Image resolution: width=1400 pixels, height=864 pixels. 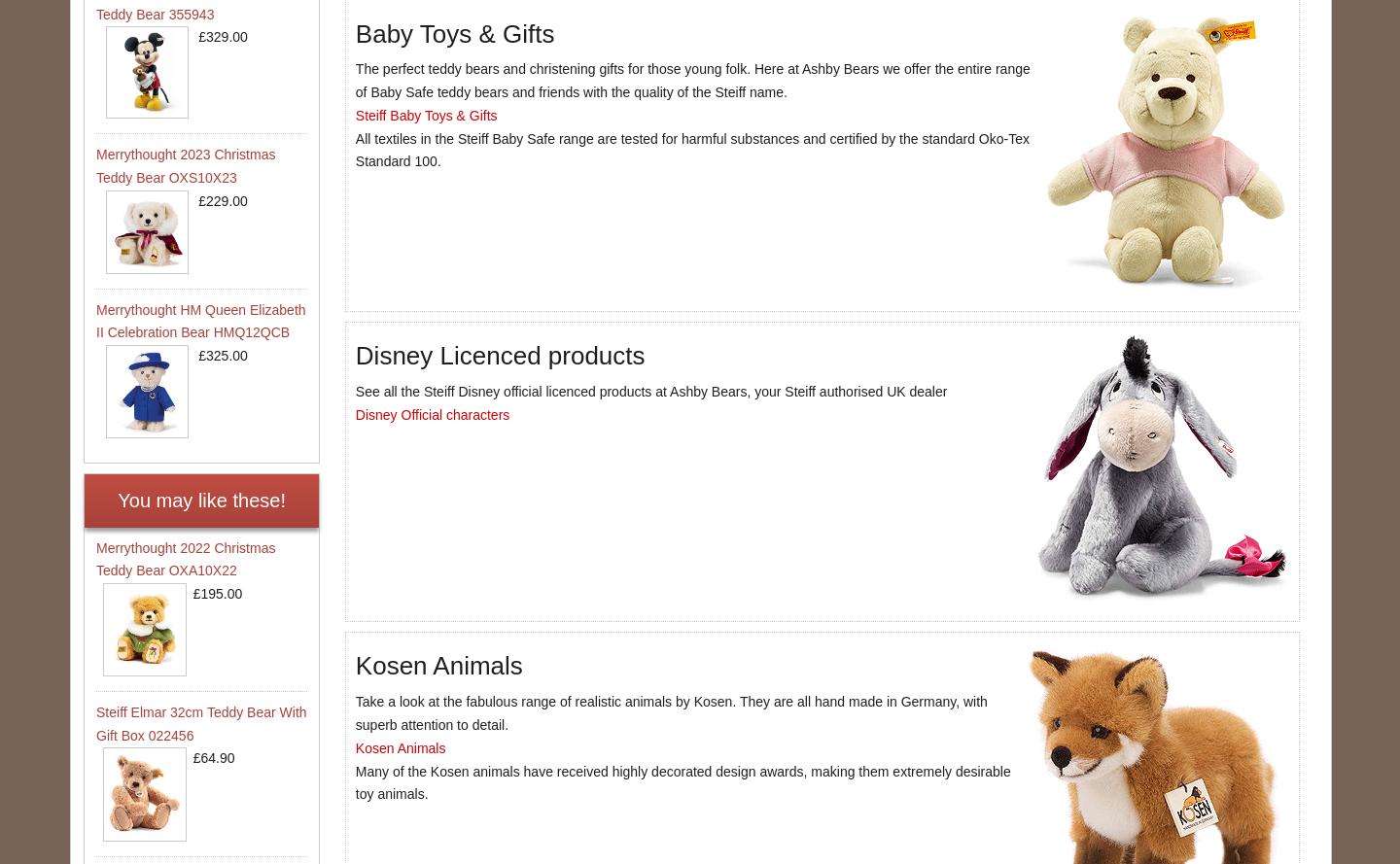 I want to click on 'Baby Toys & Gifts', so click(x=454, y=32).